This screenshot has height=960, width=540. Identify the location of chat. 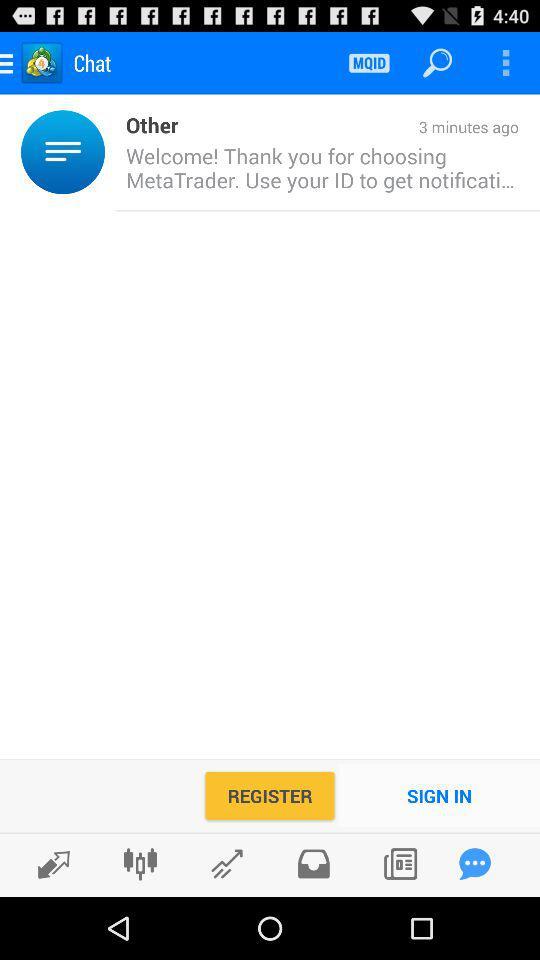
(474, 863).